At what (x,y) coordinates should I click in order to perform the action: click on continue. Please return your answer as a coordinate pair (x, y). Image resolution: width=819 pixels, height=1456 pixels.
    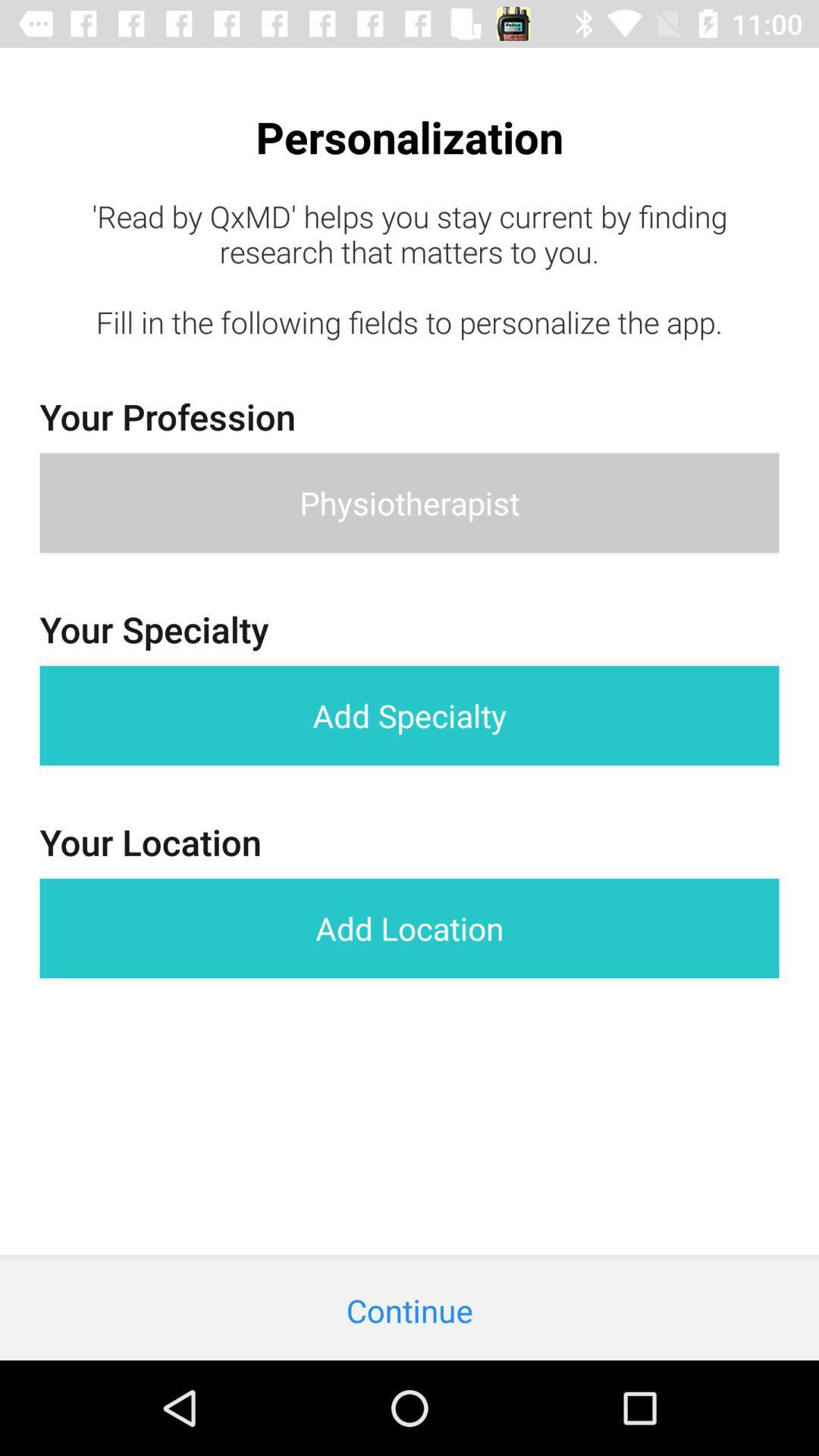
    Looking at the image, I should click on (409, 1310).